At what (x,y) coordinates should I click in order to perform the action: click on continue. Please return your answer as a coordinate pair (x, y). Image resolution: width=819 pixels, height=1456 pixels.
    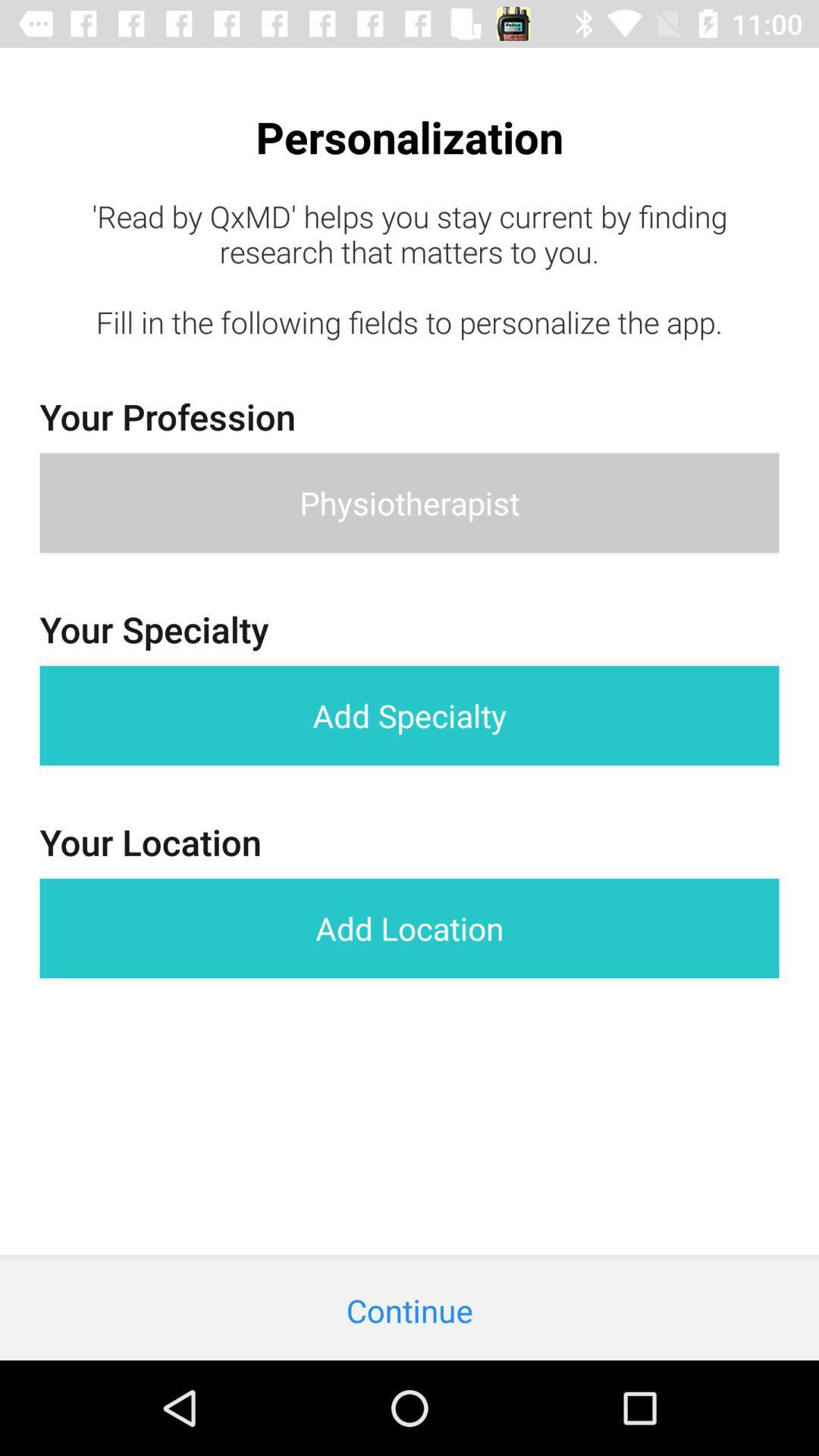
    Looking at the image, I should click on (409, 1310).